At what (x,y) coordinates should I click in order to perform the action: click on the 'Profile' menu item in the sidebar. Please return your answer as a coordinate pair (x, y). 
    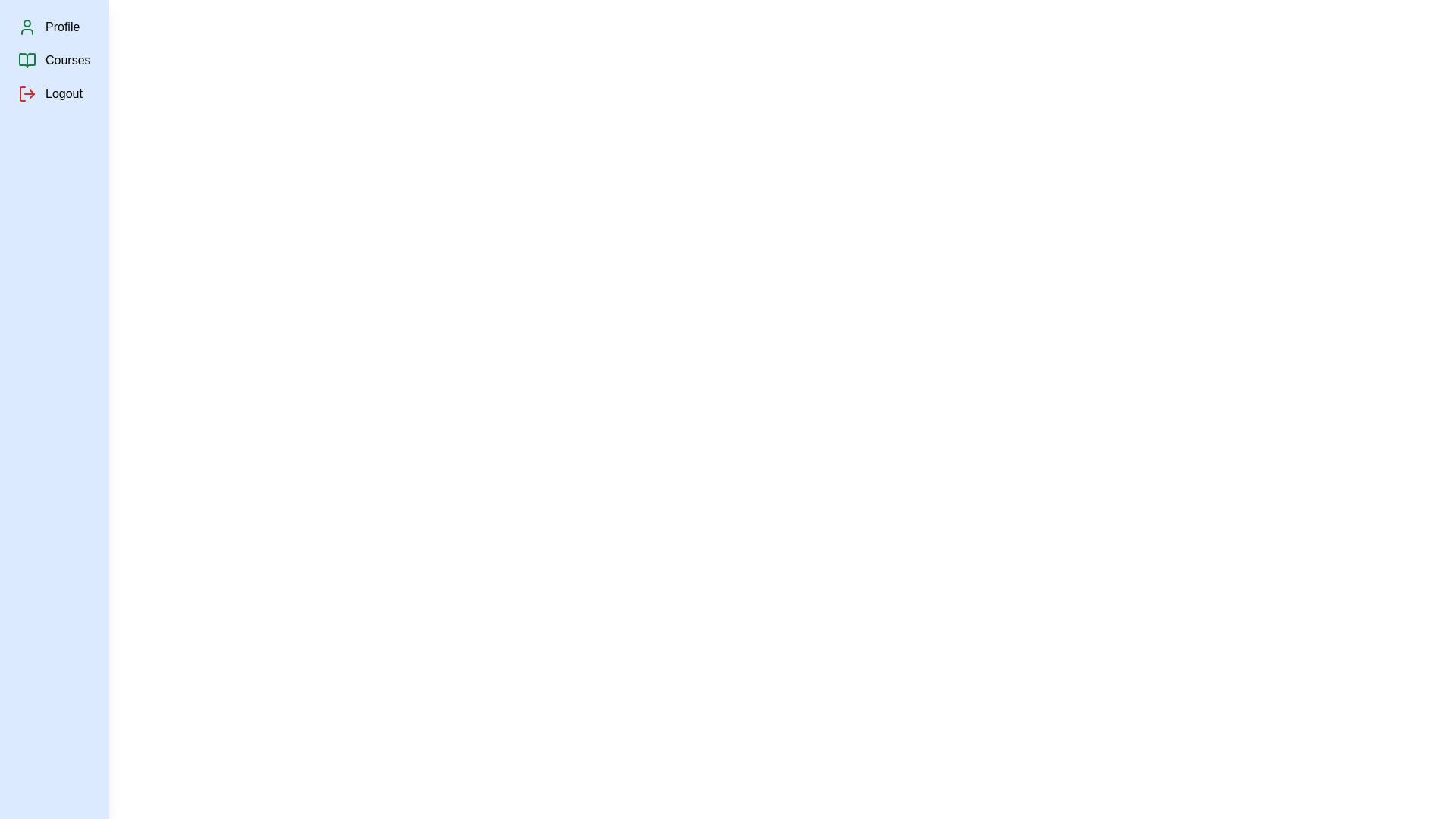
    Looking at the image, I should click on (61, 27).